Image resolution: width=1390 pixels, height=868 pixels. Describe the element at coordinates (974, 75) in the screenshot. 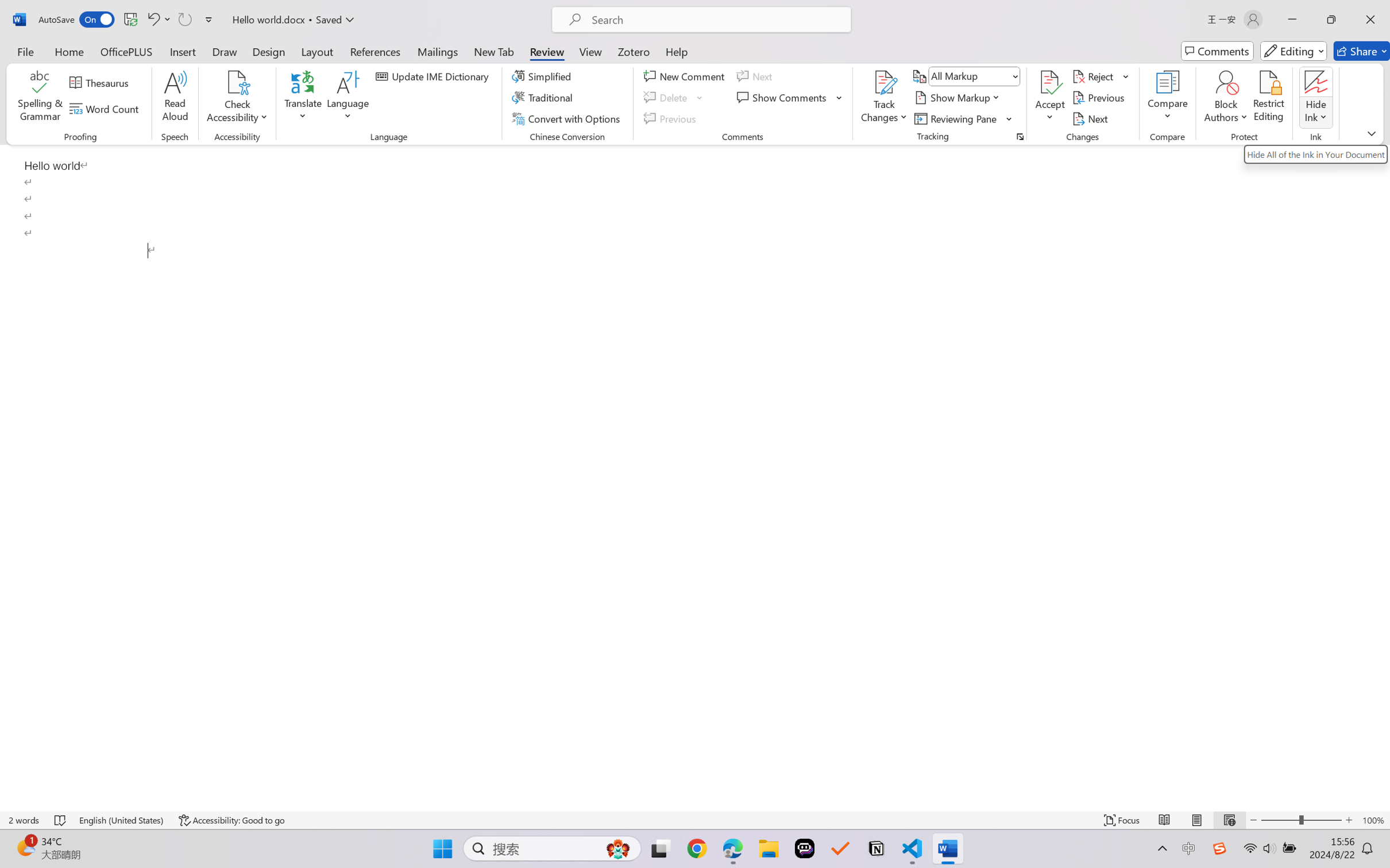

I see `'Display for Review'` at that location.